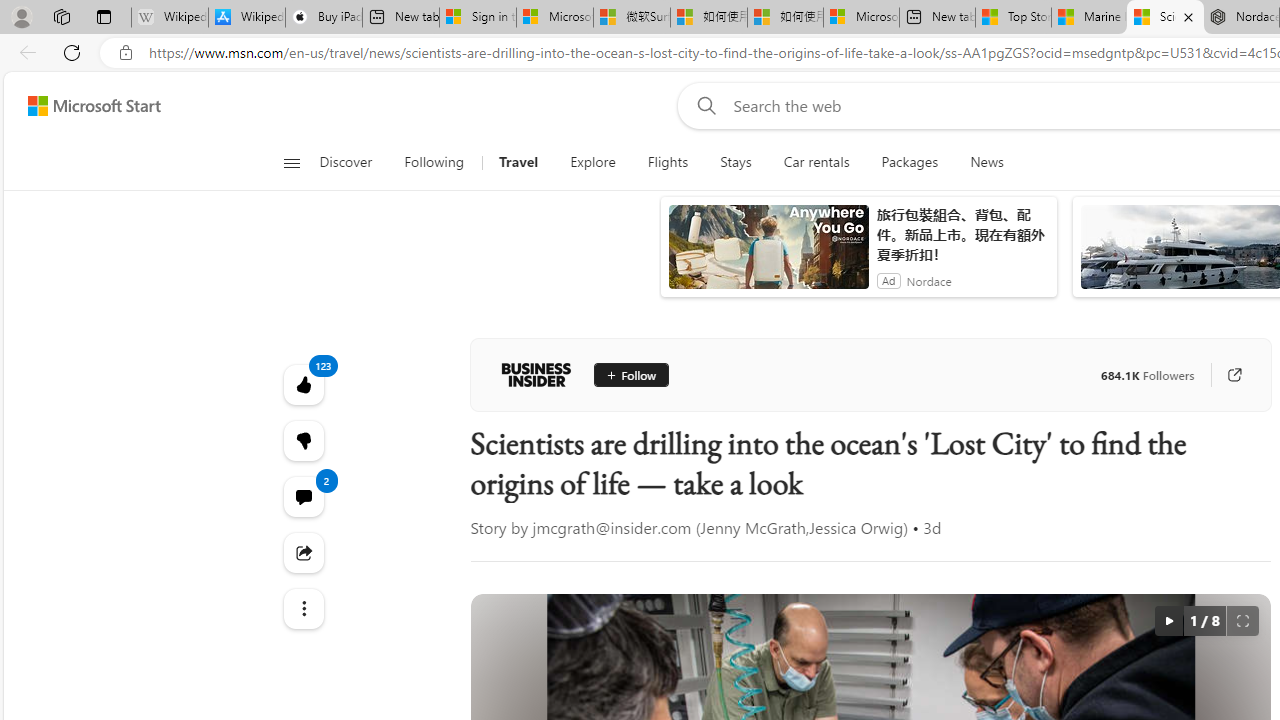  What do you see at coordinates (81, 105) in the screenshot?
I see `'Skip to footer'` at bounding box center [81, 105].